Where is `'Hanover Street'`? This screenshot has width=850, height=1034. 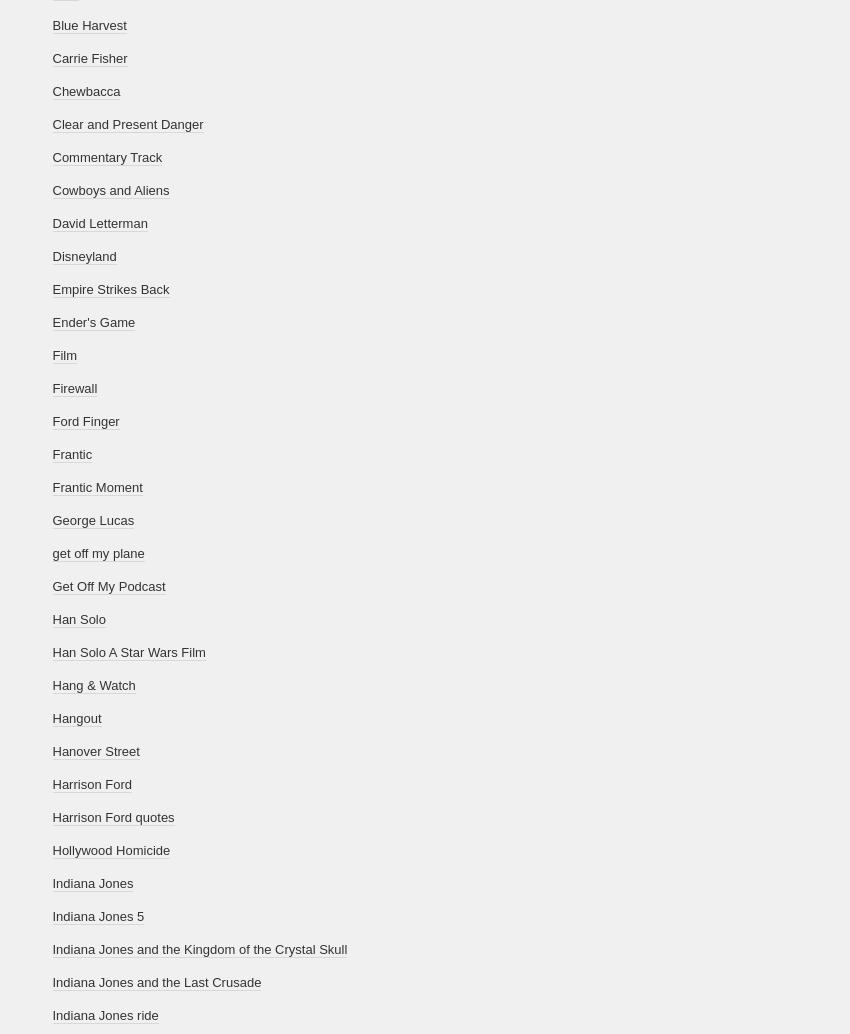 'Hanover Street' is located at coordinates (52, 751).